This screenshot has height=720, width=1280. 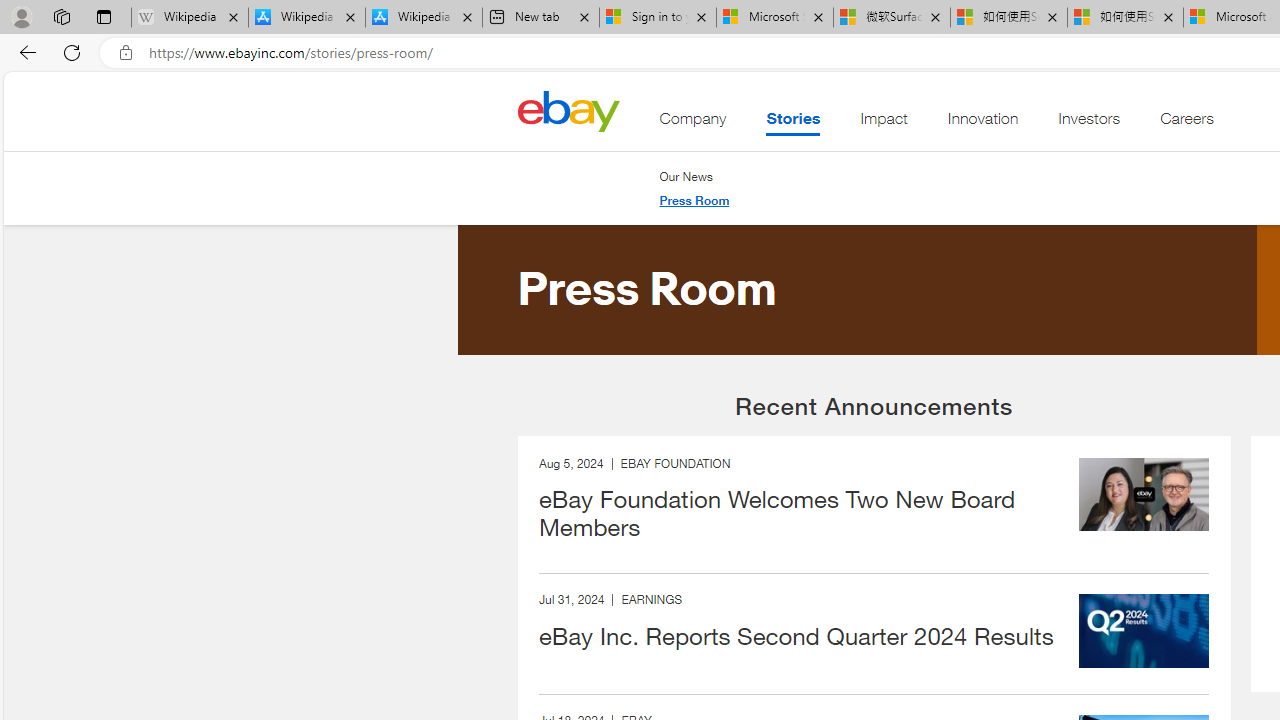 What do you see at coordinates (882, 123) in the screenshot?
I see `'Impact'` at bounding box center [882, 123].